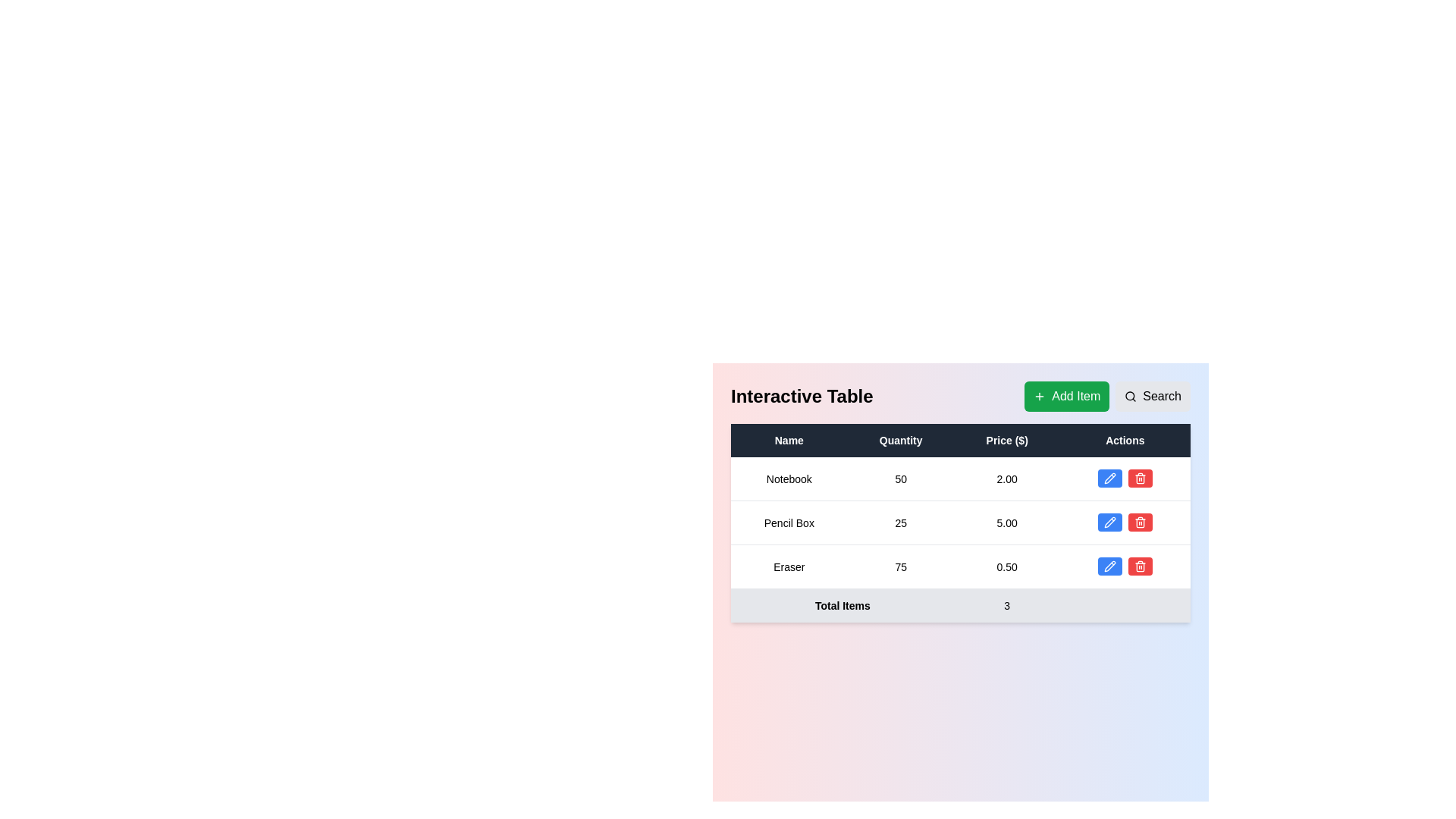  I want to click on the 'Quantity' text label, which is the second column header in the table, centered between 'Name' and 'Price ($)', so click(901, 441).